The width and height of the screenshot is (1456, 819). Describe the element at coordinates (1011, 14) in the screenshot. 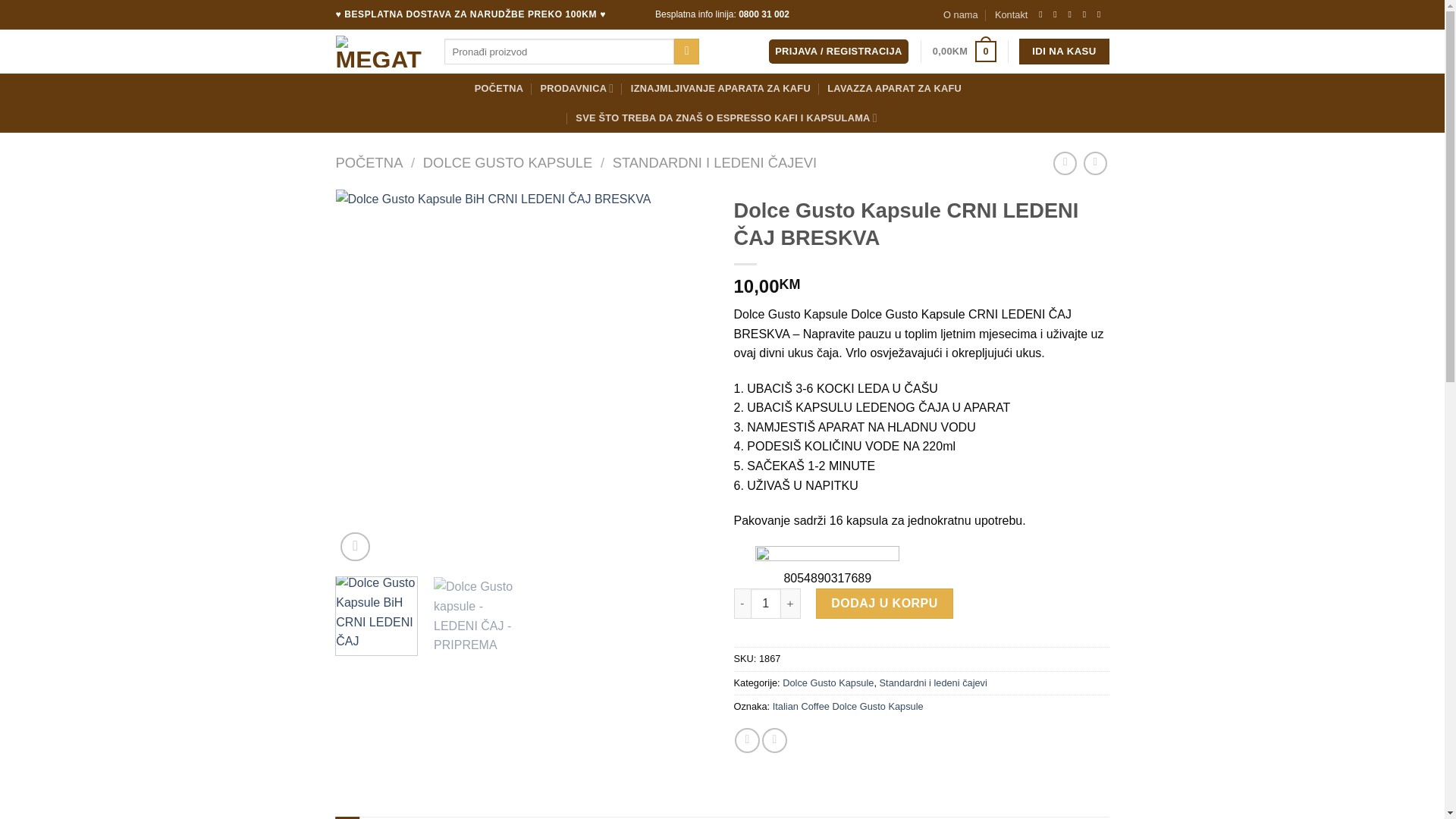

I see `'Kontakt'` at that location.